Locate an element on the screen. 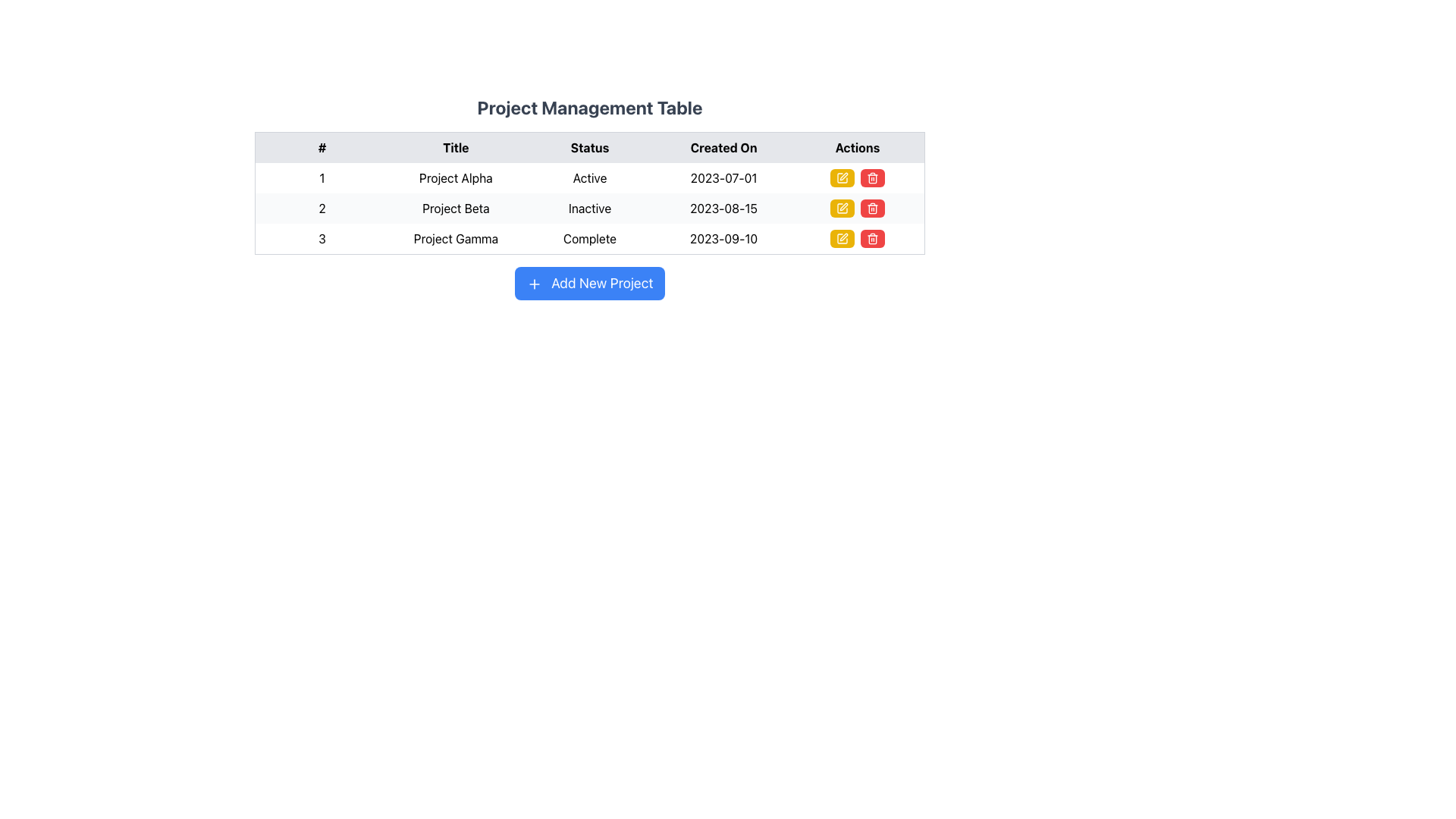  the text label displaying the project title located in the second cell of the first row under the 'Title' column of the table is located at coordinates (455, 177).